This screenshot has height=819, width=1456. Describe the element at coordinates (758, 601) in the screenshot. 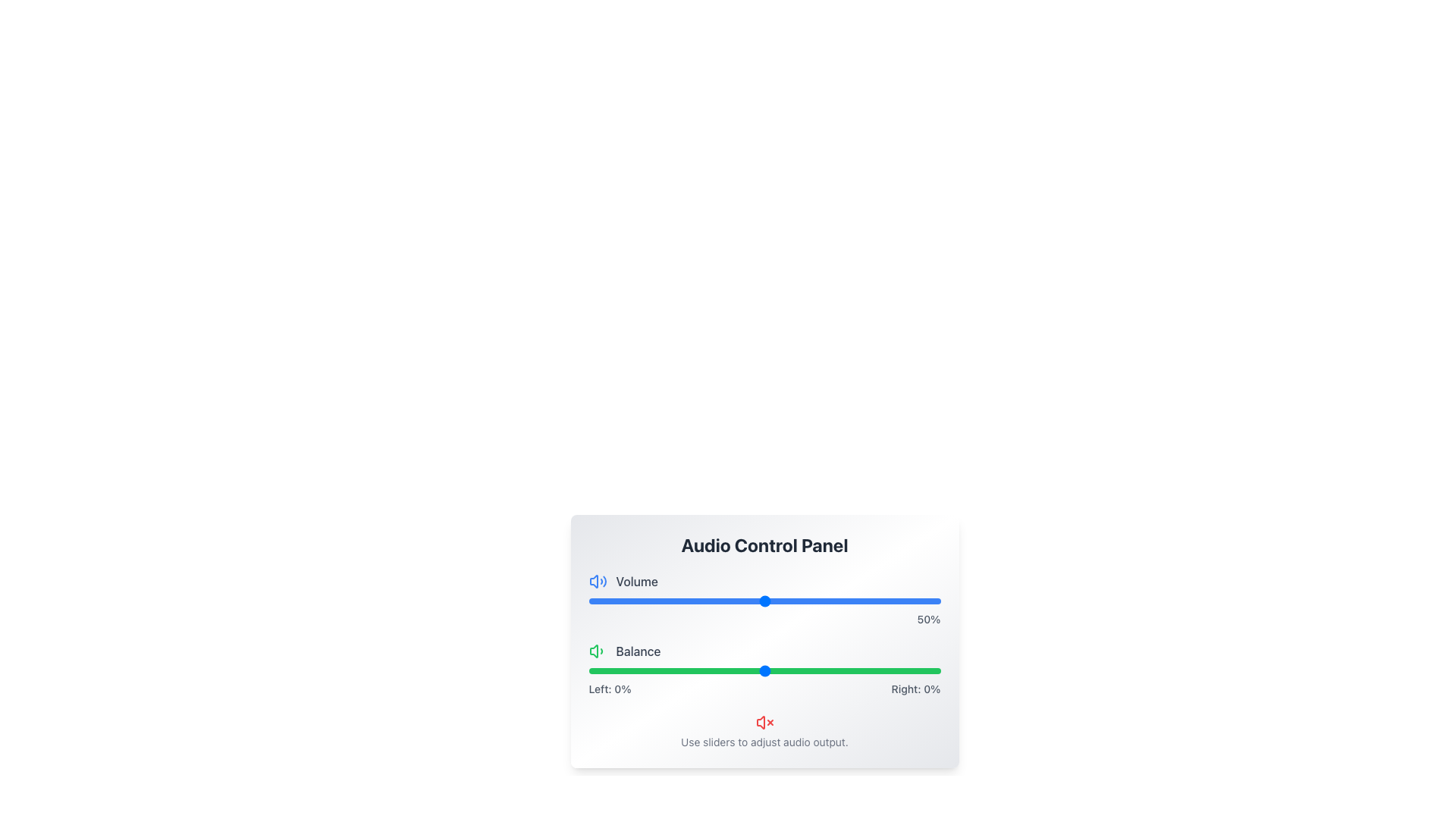

I see `the slider value` at that location.